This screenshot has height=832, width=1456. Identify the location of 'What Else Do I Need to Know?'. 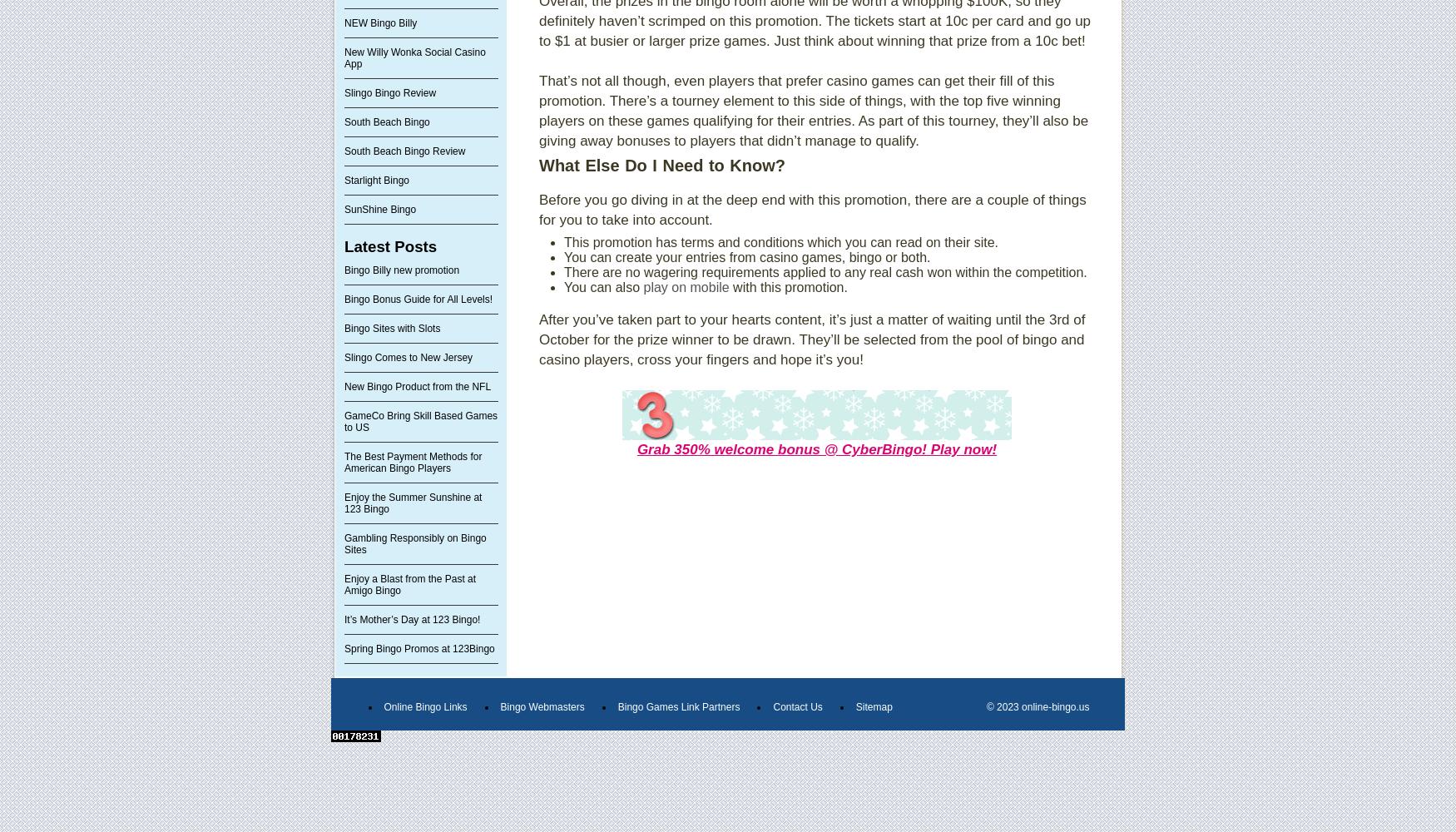
(661, 165).